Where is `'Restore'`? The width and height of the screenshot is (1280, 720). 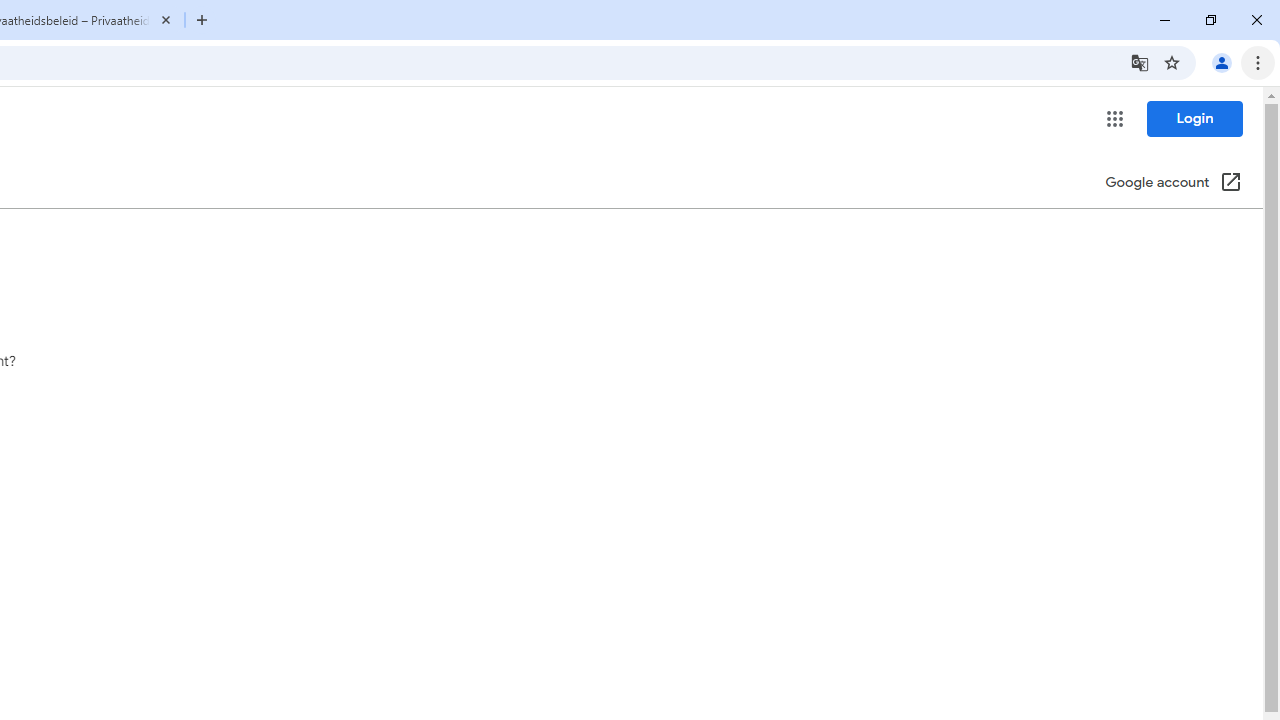
'Restore' is located at coordinates (1209, 20).